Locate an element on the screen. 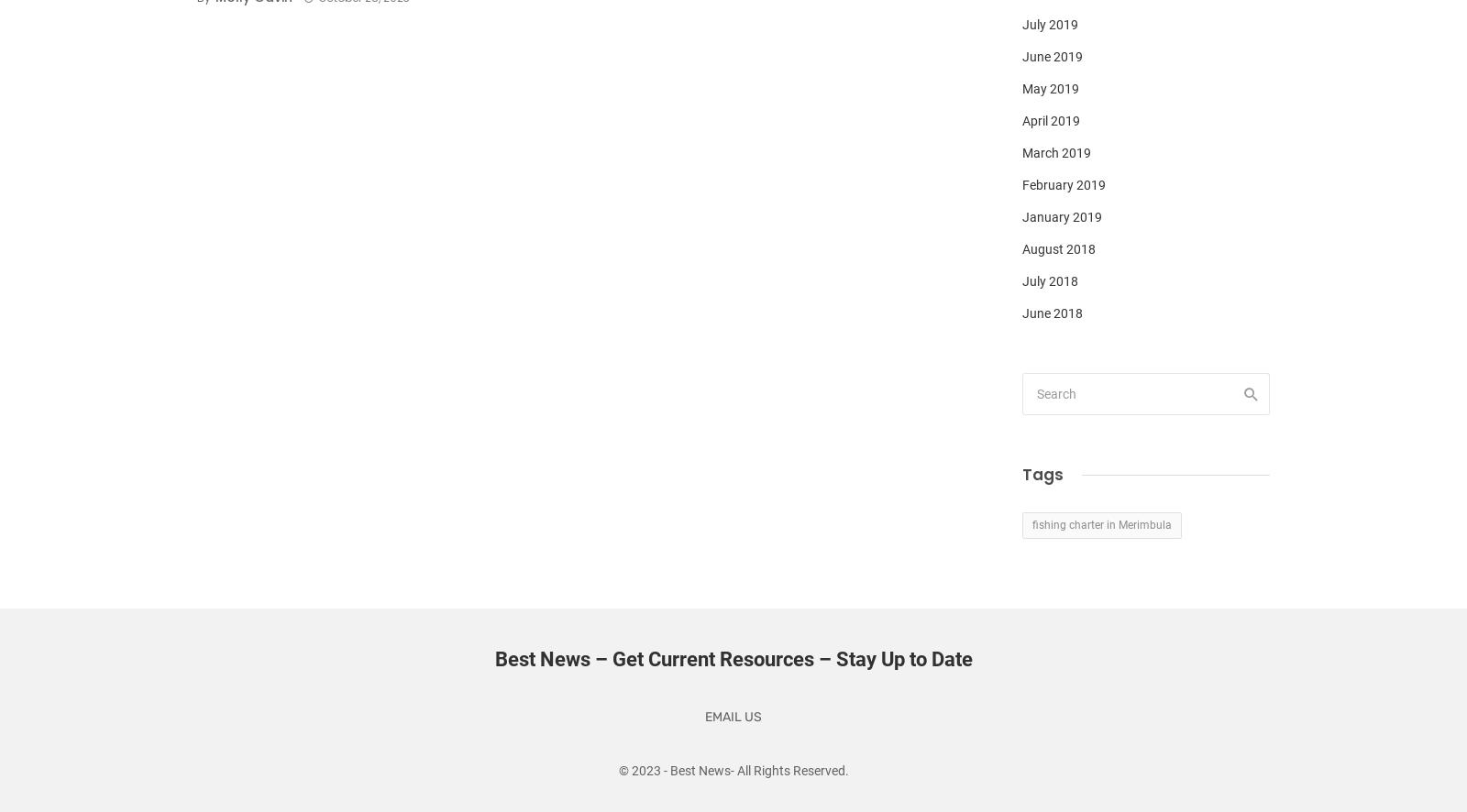 This screenshot has height=812, width=1467. 'June 2018' is located at coordinates (1053, 312).